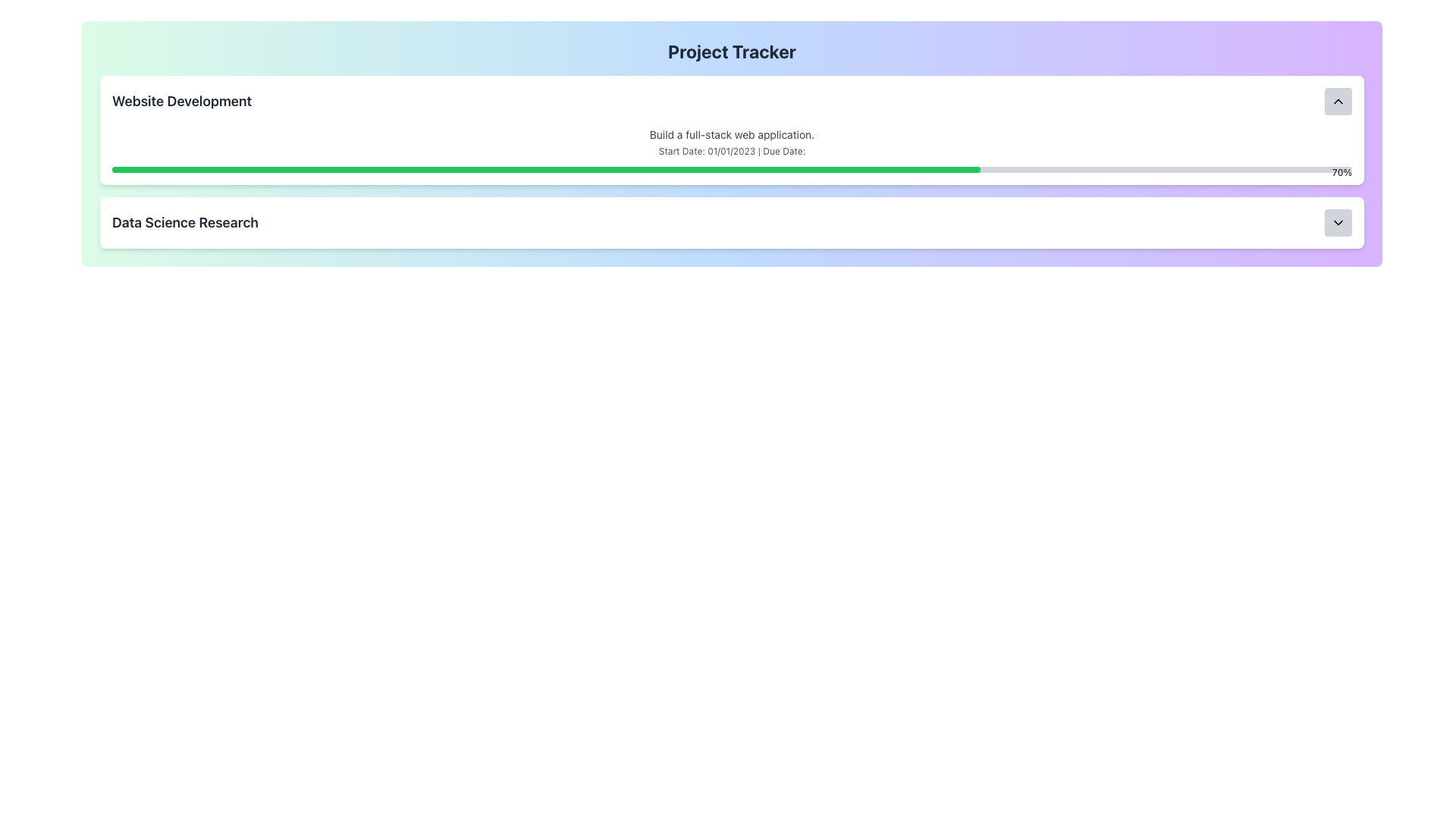 This screenshot has width=1456, height=819. Describe the element at coordinates (546, 169) in the screenshot. I see `the Progress Indicator that visually represents the 70% completion of the 'Website Development' project, located inside the horizontal progress bar under the project details` at that location.